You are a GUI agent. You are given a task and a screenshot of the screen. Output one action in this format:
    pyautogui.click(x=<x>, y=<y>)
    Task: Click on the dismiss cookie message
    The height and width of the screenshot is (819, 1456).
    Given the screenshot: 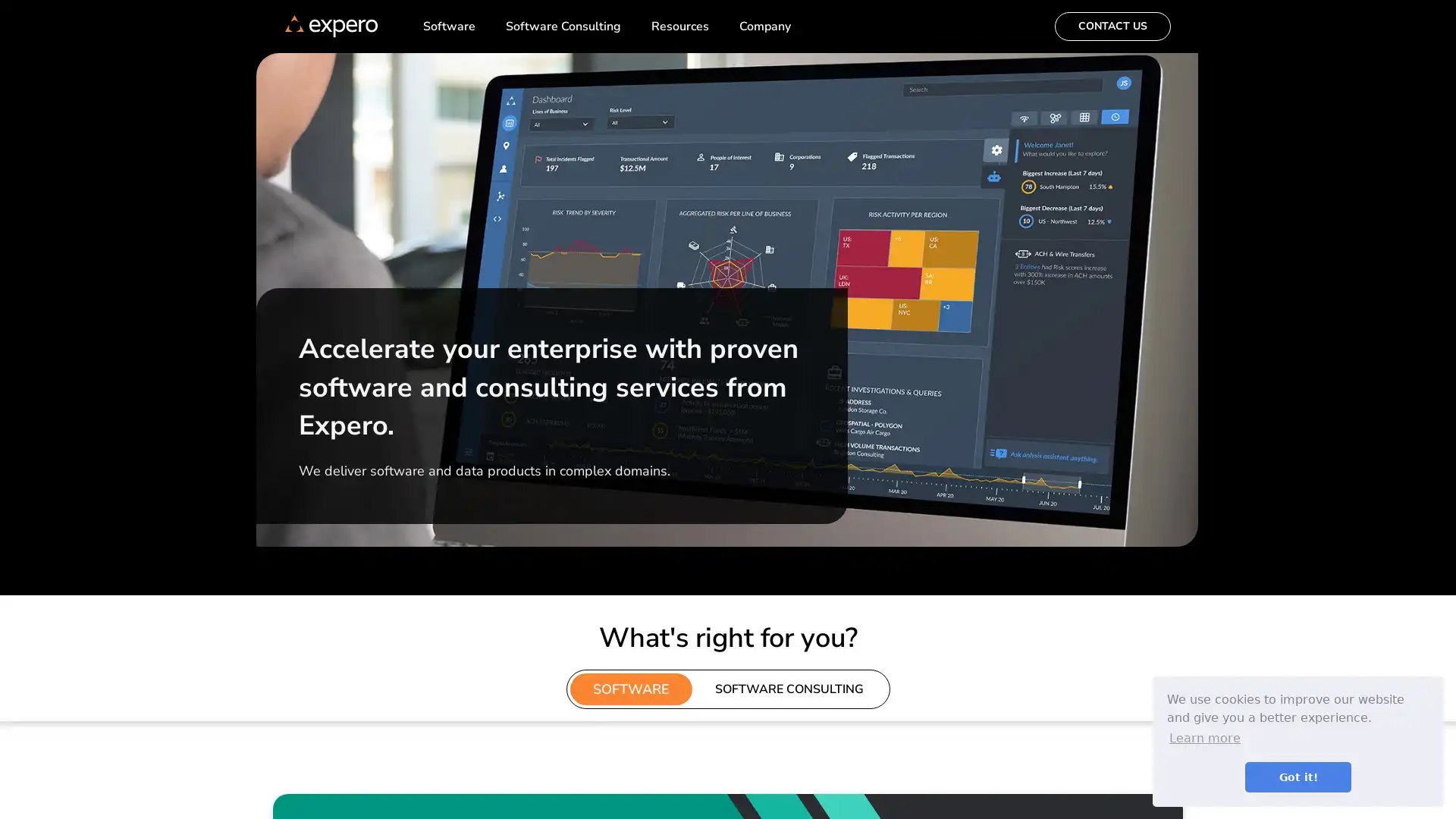 What is the action you would take?
    pyautogui.click(x=1298, y=777)
    